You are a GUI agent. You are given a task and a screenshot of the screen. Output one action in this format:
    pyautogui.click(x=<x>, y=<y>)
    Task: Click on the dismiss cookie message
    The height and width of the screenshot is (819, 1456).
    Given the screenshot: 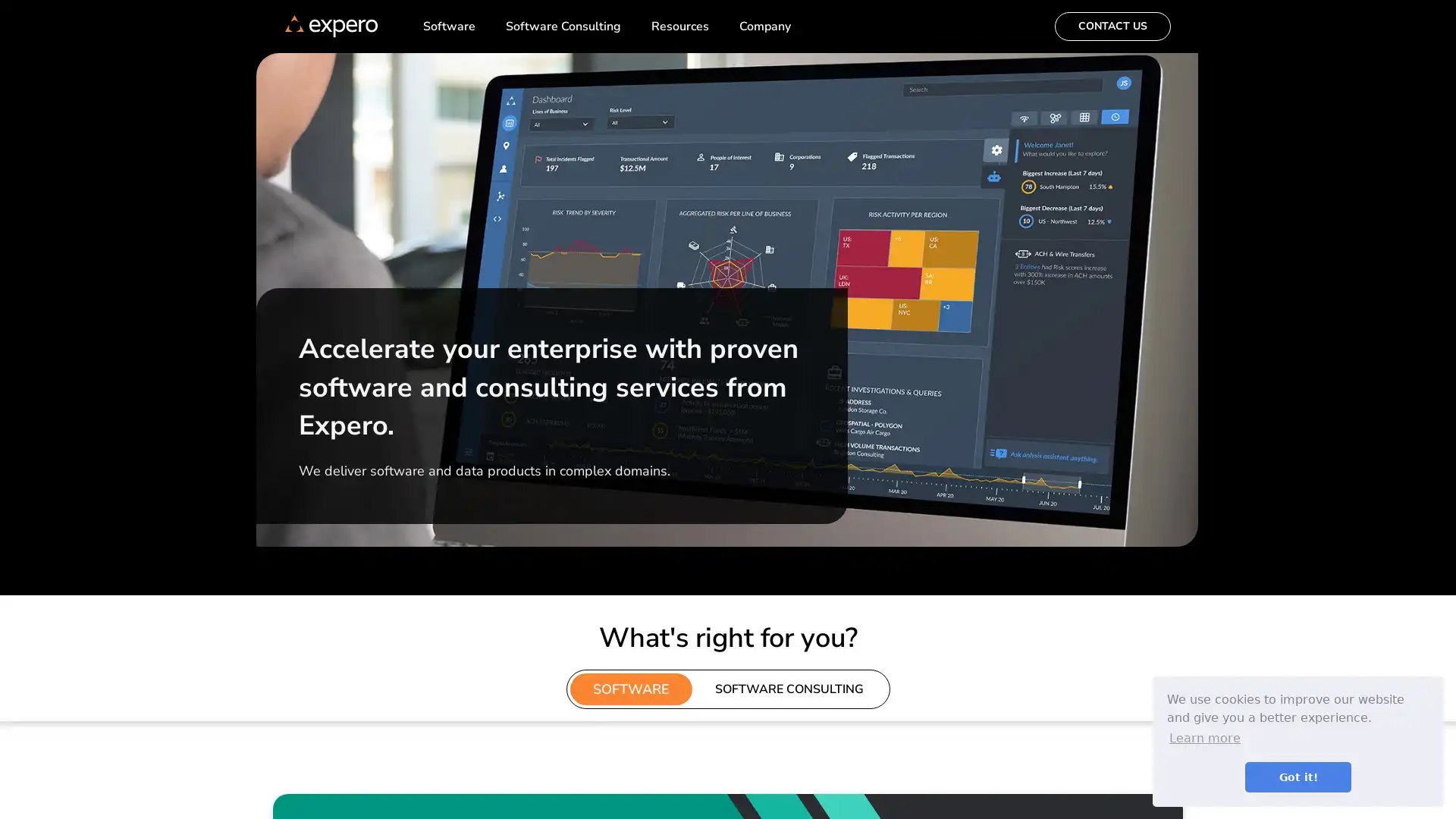 What is the action you would take?
    pyautogui.click(x=1298, y=777)
    